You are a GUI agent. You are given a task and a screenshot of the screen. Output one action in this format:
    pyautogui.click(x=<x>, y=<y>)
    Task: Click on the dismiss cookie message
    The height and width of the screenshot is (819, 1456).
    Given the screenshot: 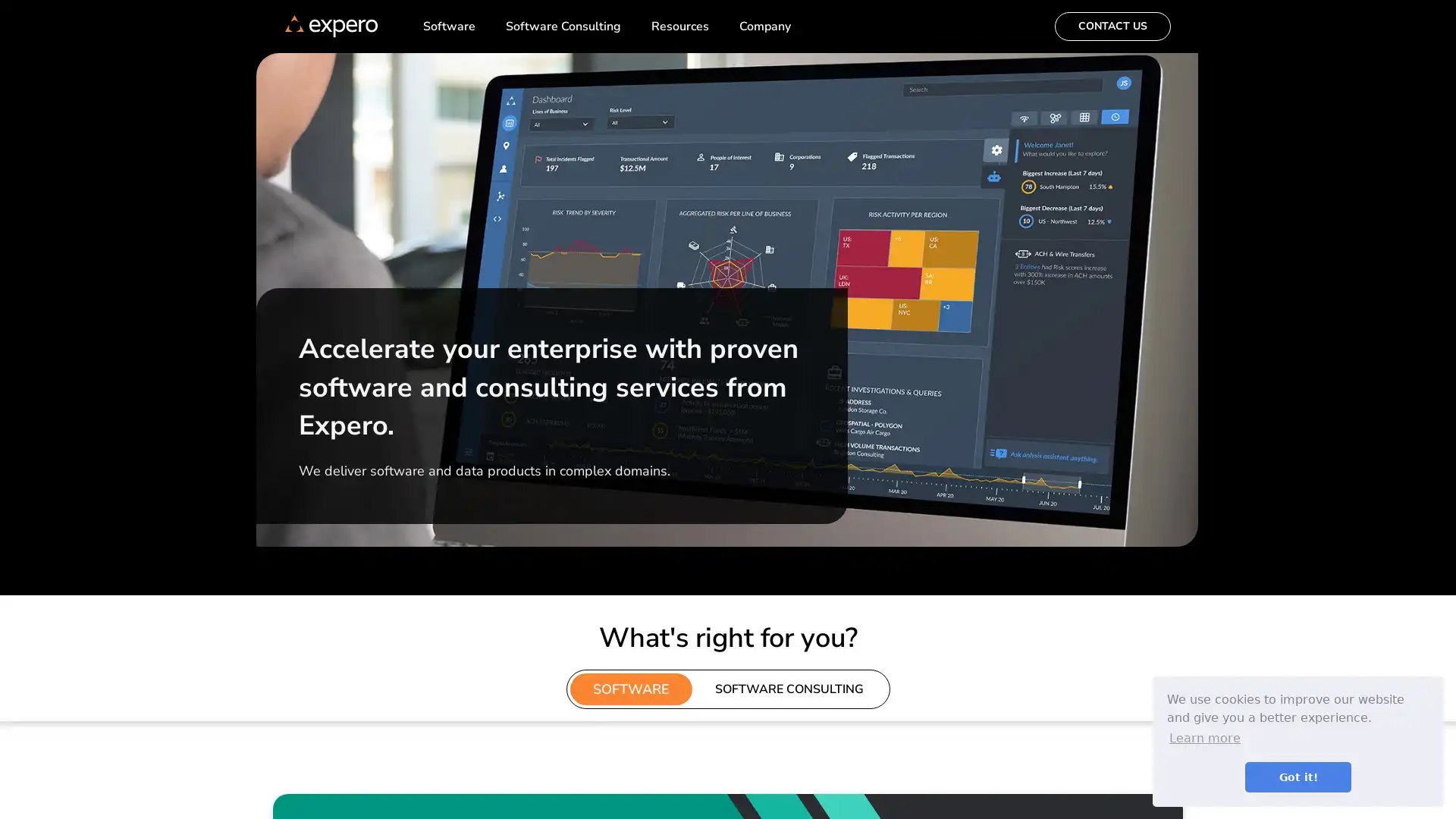 What is the action you would take?
    pyautogui.click(x=1298, y=777)
    